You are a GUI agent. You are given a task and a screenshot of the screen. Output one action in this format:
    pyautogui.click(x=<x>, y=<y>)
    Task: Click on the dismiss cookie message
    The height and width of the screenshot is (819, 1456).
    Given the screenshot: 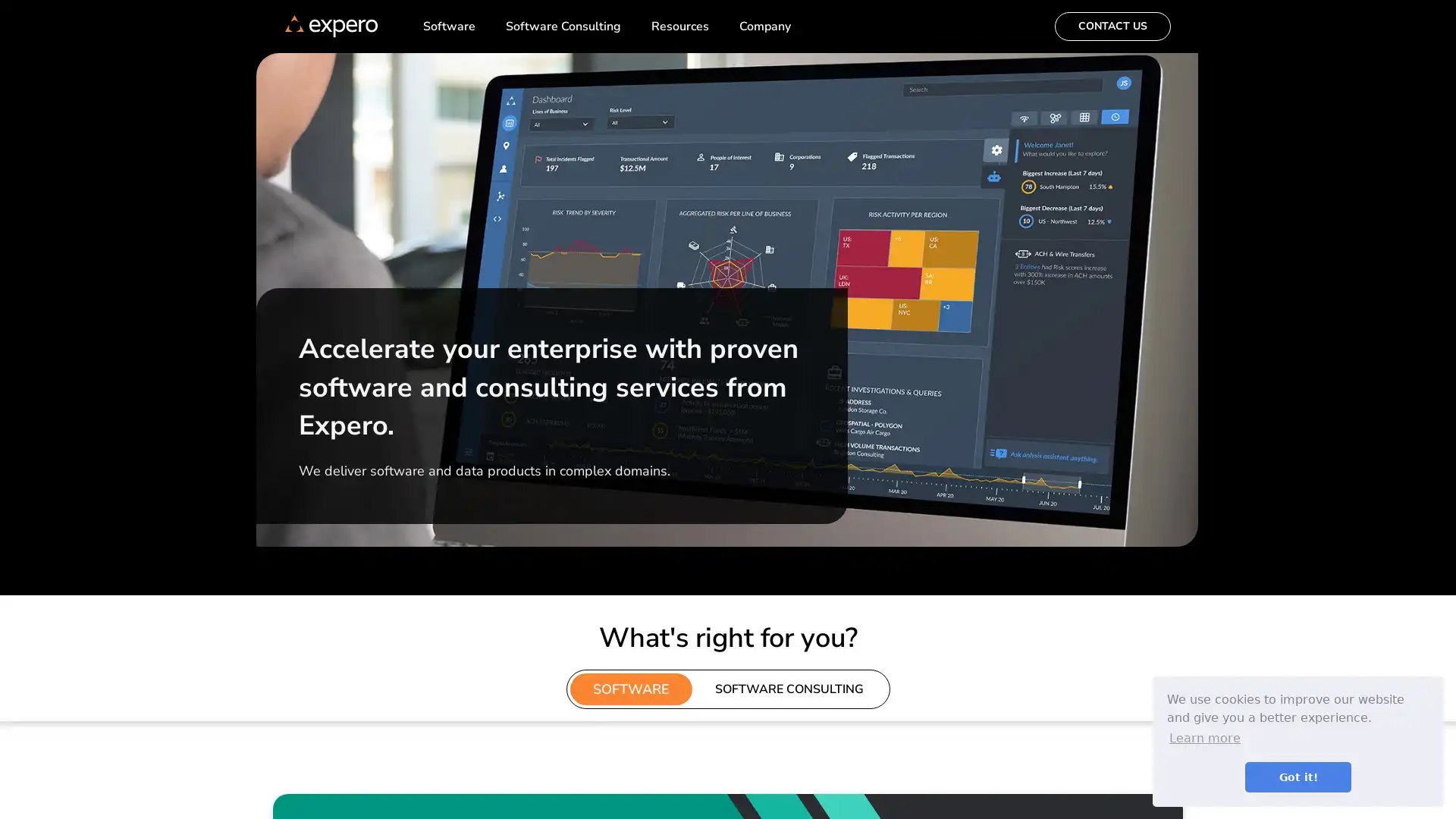 What is the action you would take?
    pyautogui.click(x=1298, y=777)
    